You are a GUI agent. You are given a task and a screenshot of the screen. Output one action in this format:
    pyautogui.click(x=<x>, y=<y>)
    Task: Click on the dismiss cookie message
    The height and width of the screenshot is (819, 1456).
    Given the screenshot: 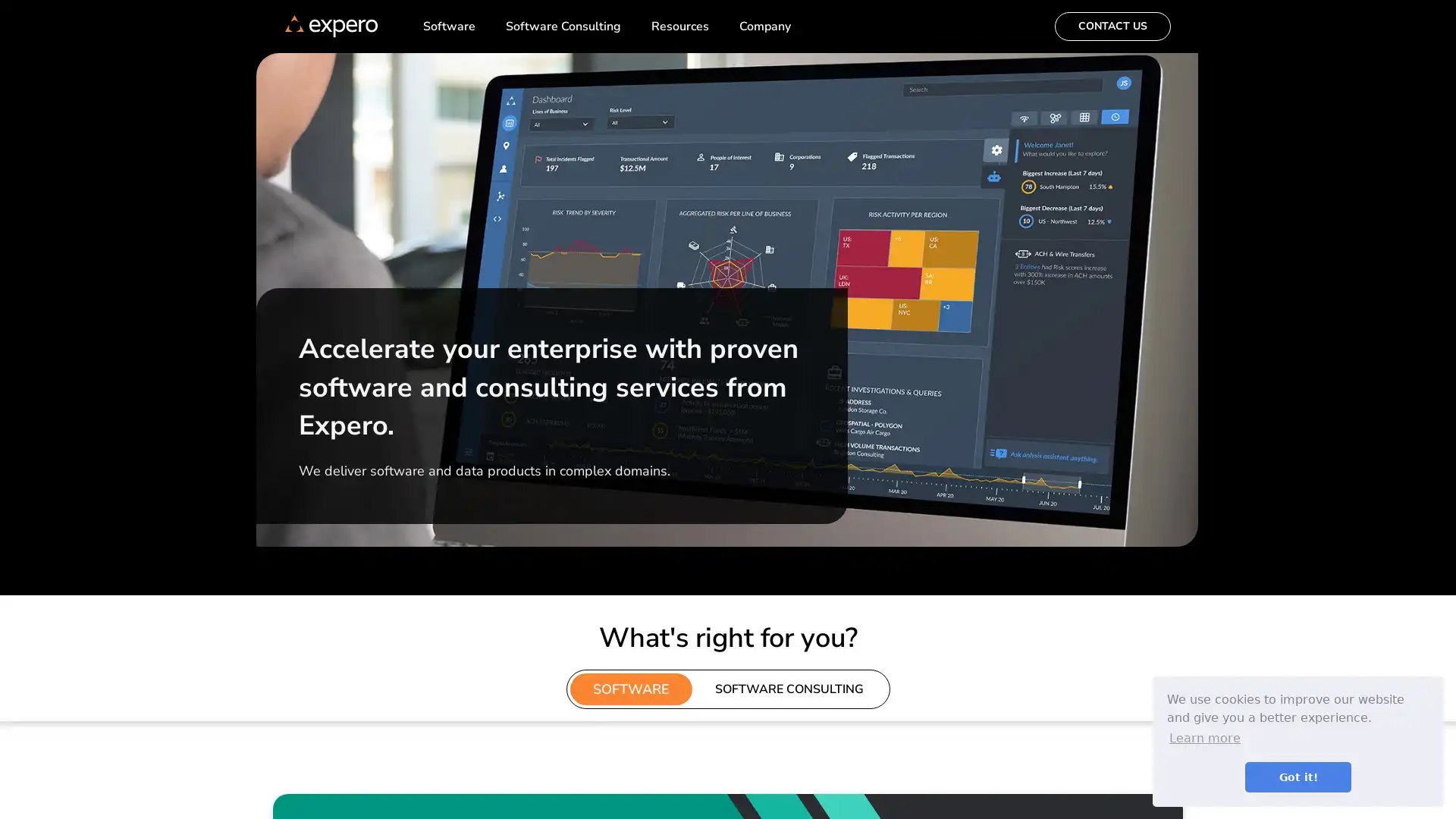 What is the action you would take?
    pyautogui.click(x=1298, y=777)
    